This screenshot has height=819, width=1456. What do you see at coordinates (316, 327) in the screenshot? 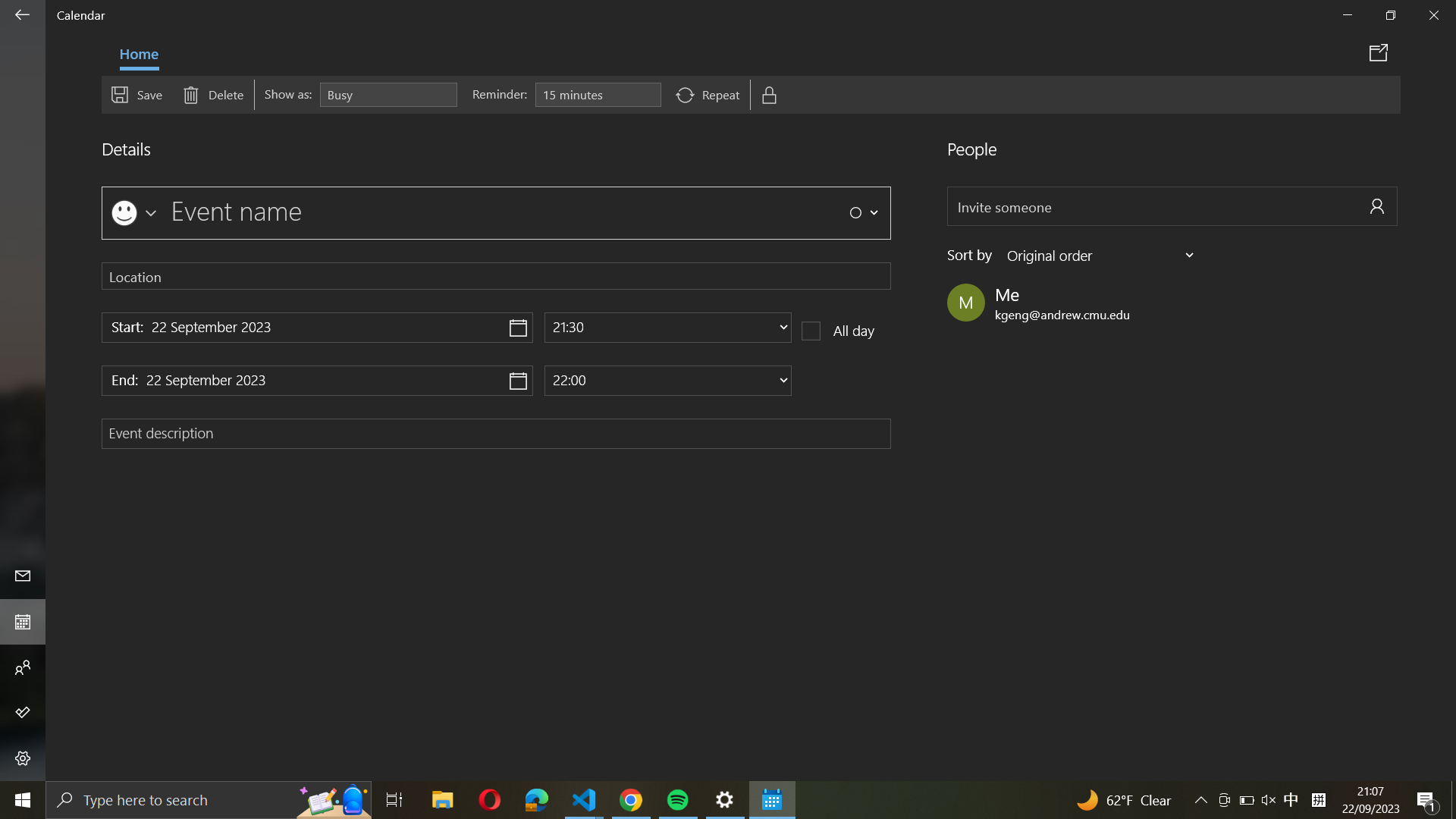
I see `Schedule the event for "22 November 2024` at bounding box center [316, 327].